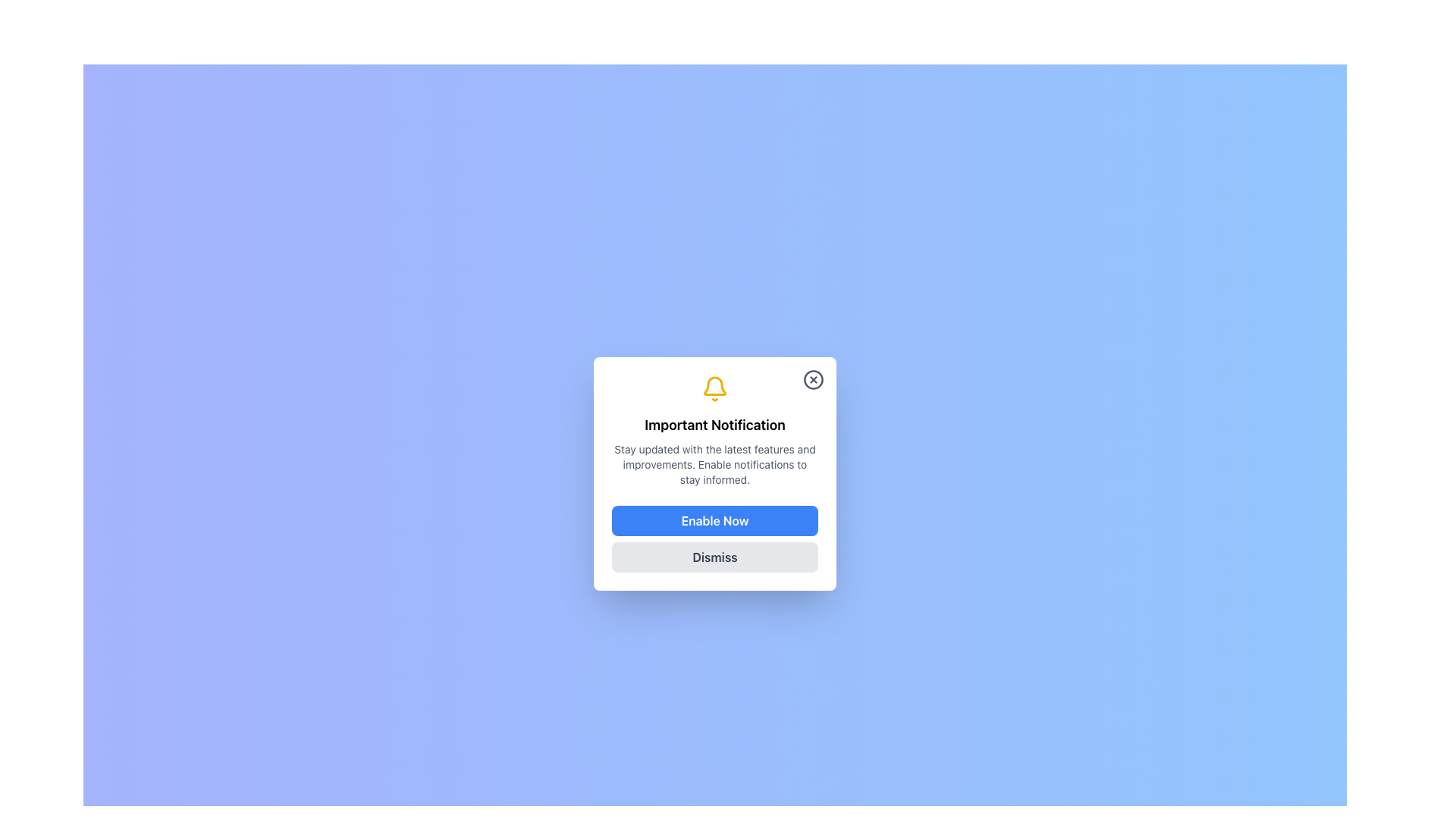  What do you see at coordinates (714, 557) in the screenshot?
I see `the 'Dismiss' button, which is a medium-sized, rounded rectangular button with a gray background, located at the bottom of a modal dialog box` at bounding box center [714, 557].